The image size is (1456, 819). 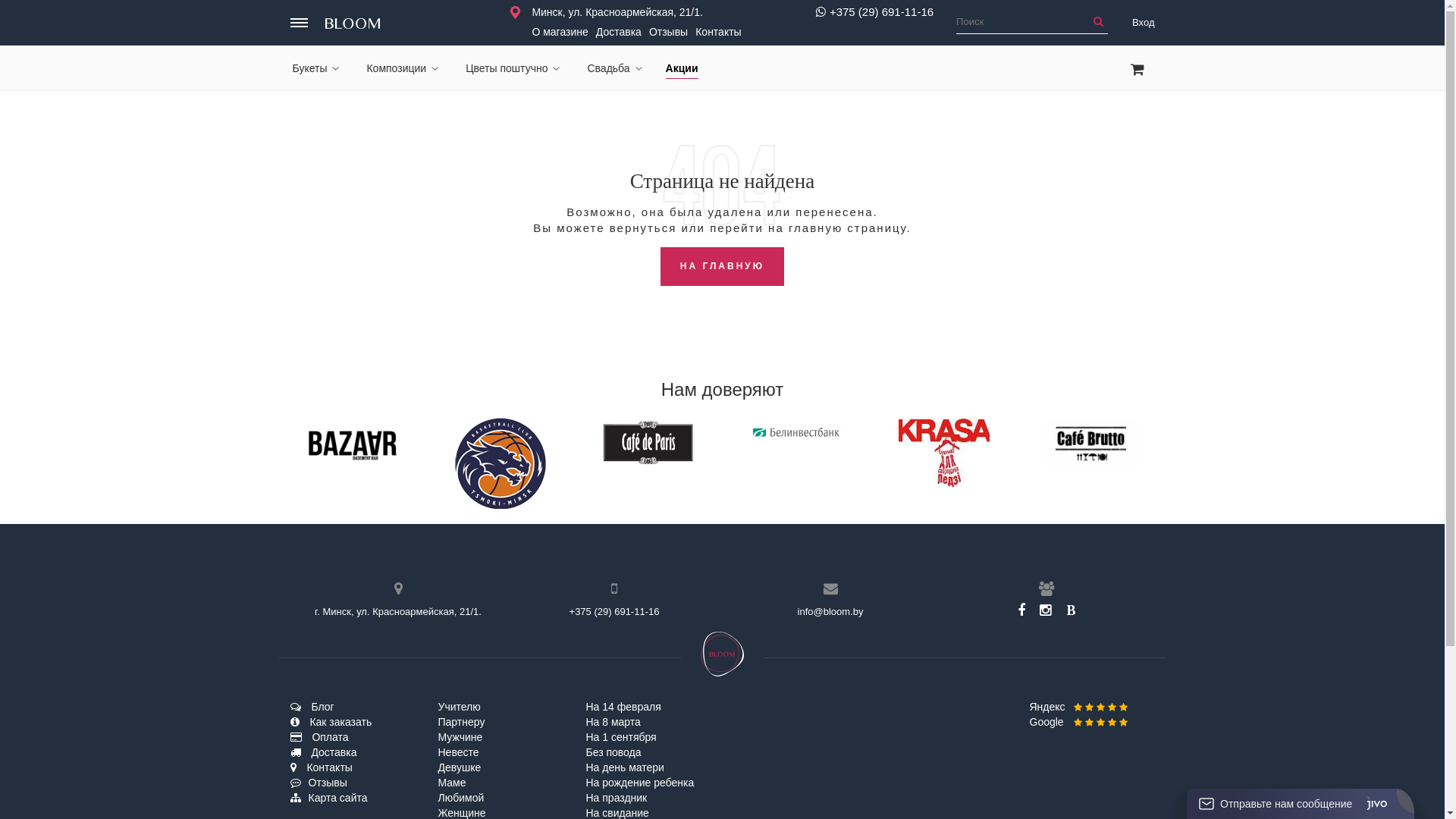 What do you see at coordinates (1078, 721) in the screenshot?
I see `'Google'` at bounding box center [1078, 721].